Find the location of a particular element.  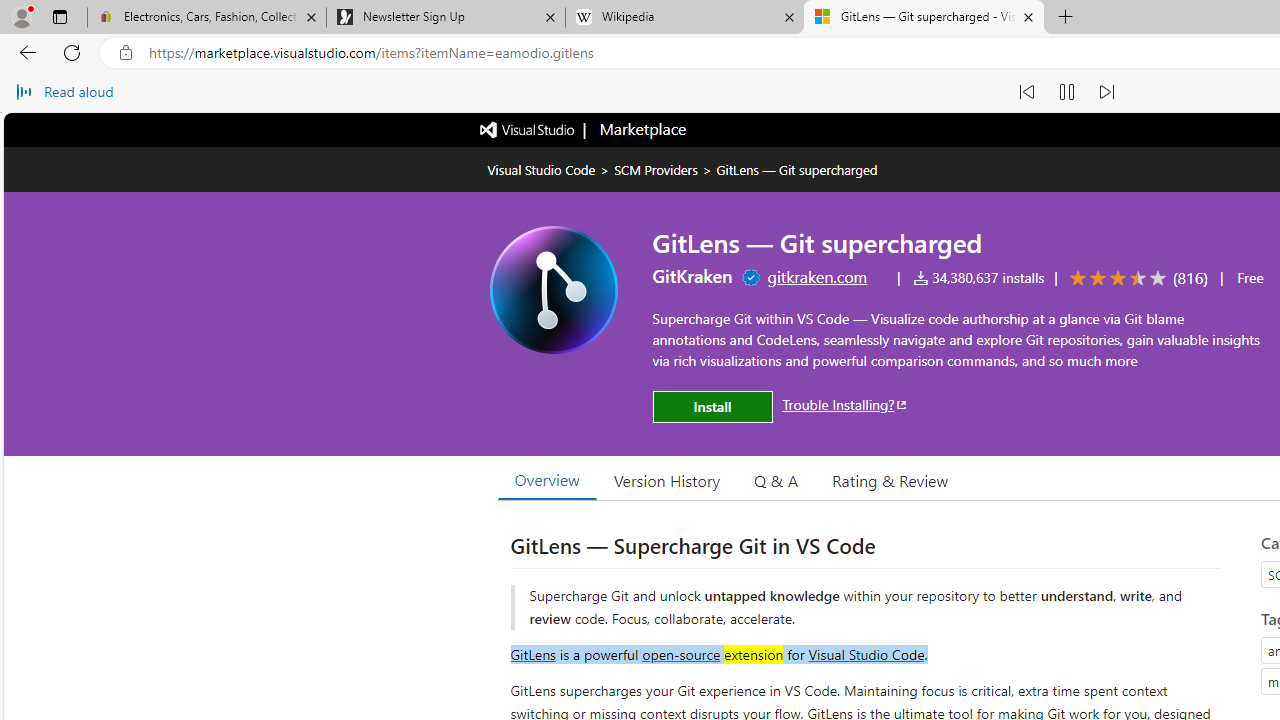

'Rating & Review' is located at coordinates (889, 479).